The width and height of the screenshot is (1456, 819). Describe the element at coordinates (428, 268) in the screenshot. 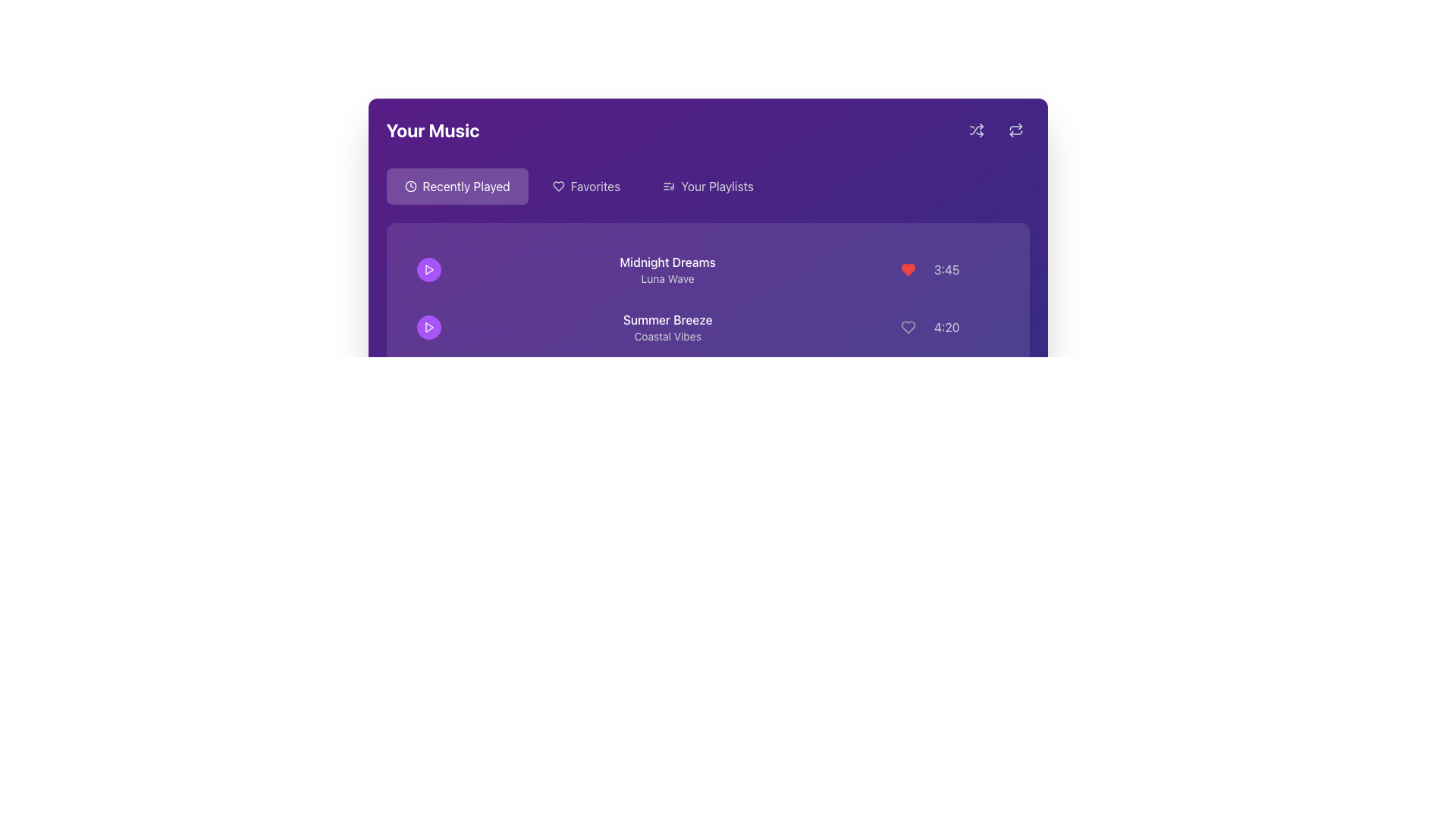

I see `the play button for the song 'Midnight Dreams' located at the top portion of the song list, right-aligned to the song's title to initiate playback` at that location.